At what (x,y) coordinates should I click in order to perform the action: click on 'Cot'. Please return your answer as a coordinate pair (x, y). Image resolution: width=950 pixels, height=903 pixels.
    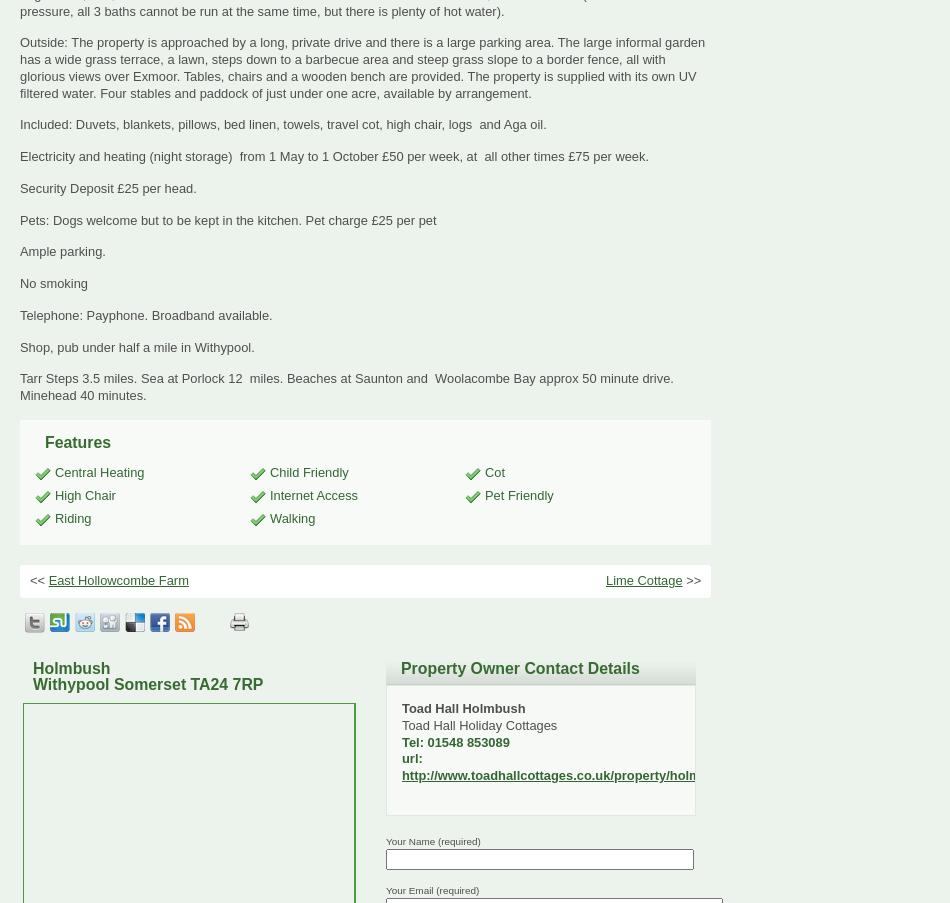
    Looking at the image, I should click on (484, 471).